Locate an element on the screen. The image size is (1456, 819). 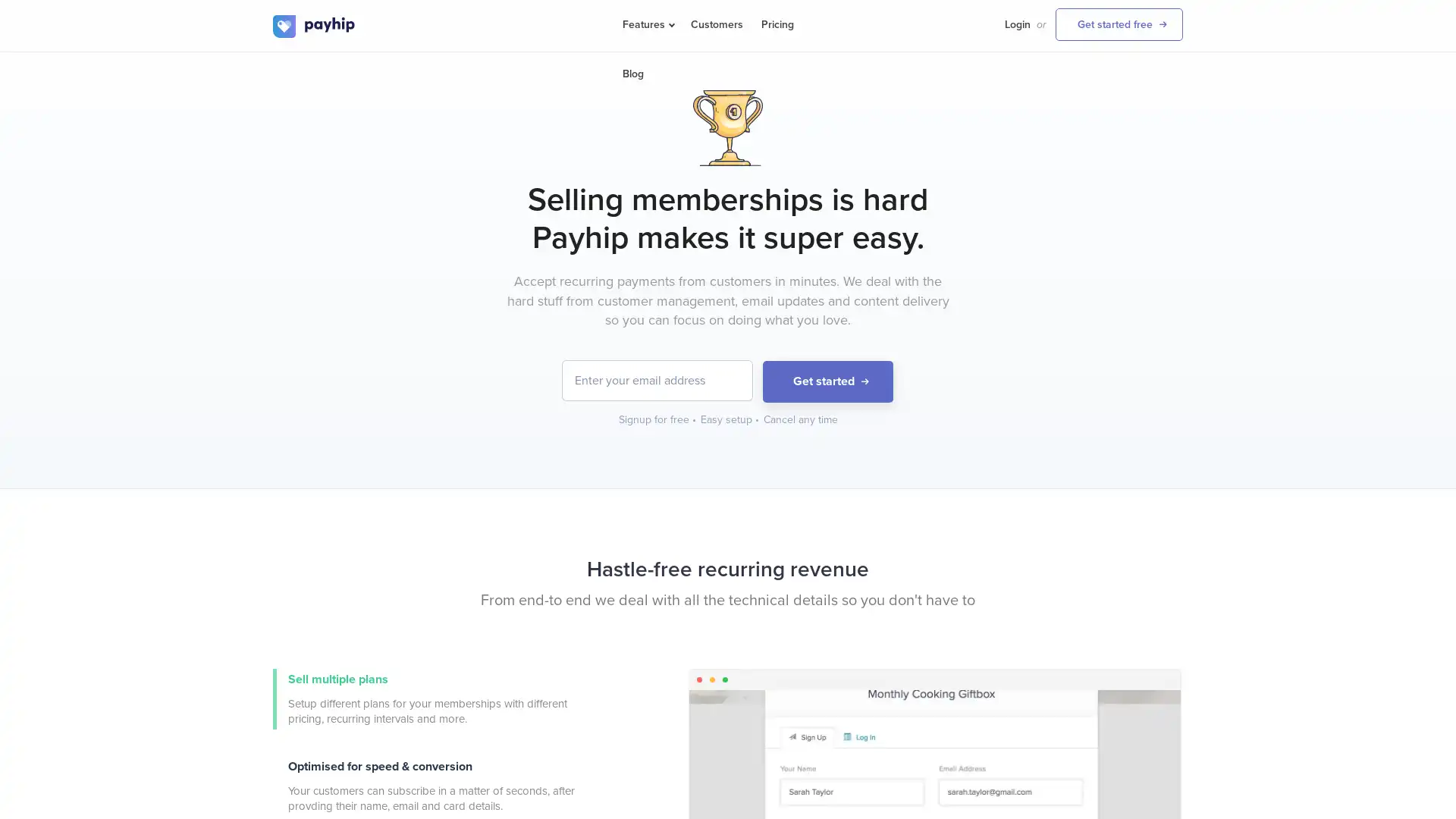
Get started is located at coordinates (827, 381).